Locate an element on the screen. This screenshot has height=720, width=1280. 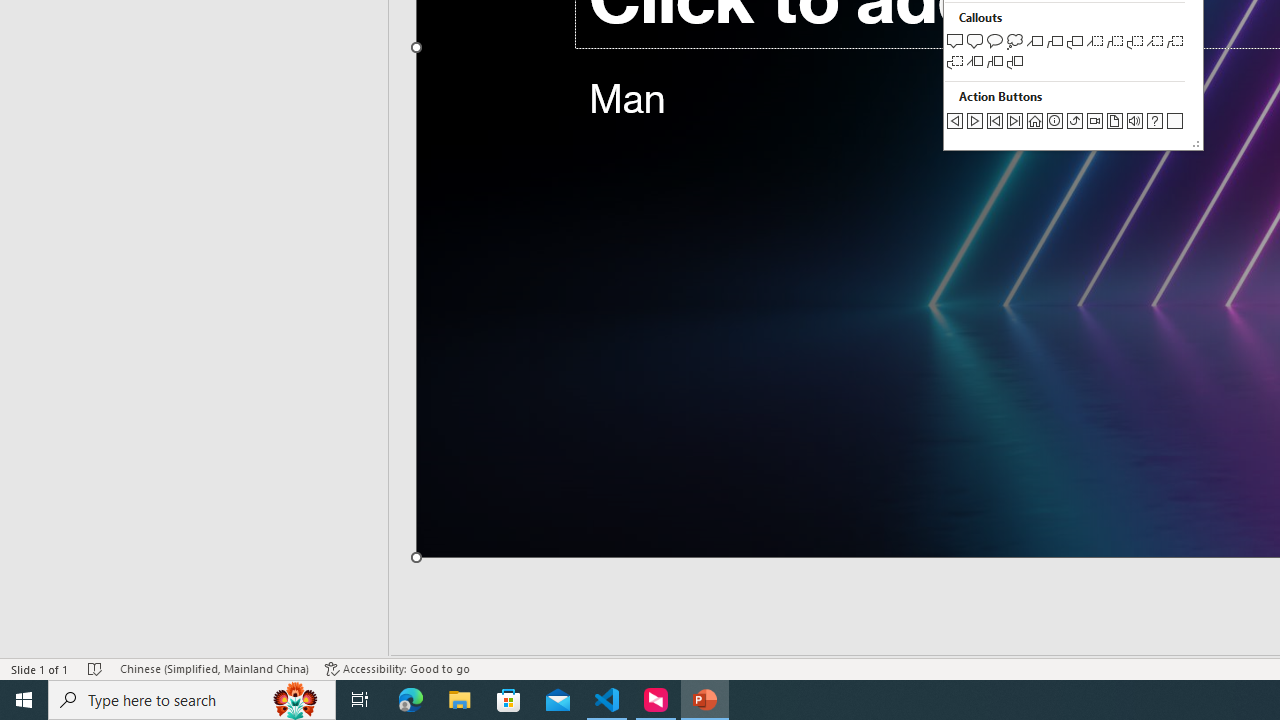
'Accessibility Checker Accessibility: Good to go' is located at coordinates (397, 669).